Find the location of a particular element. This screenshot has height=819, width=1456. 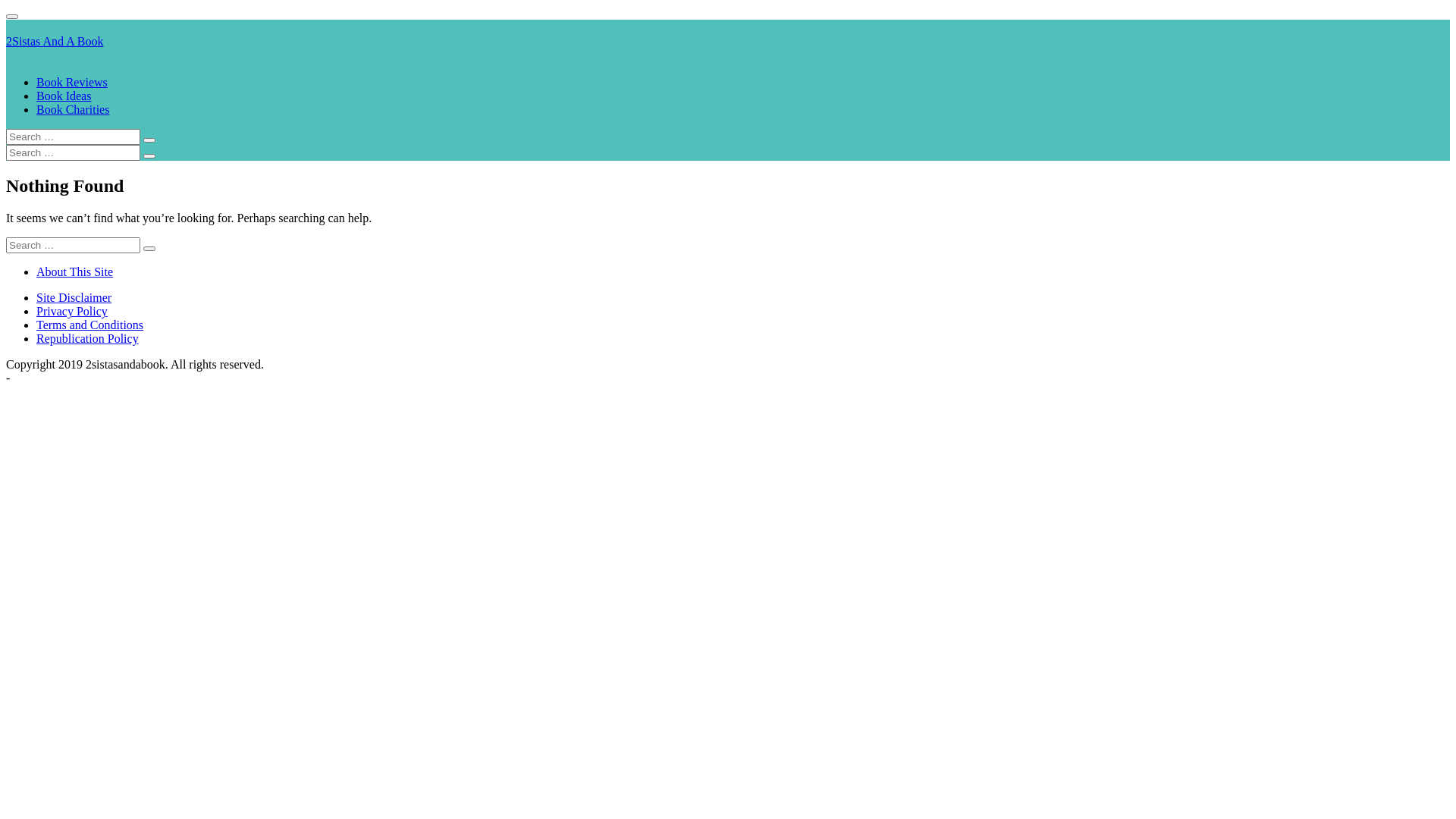

'About This Site' is located at coordinates (74, 271).